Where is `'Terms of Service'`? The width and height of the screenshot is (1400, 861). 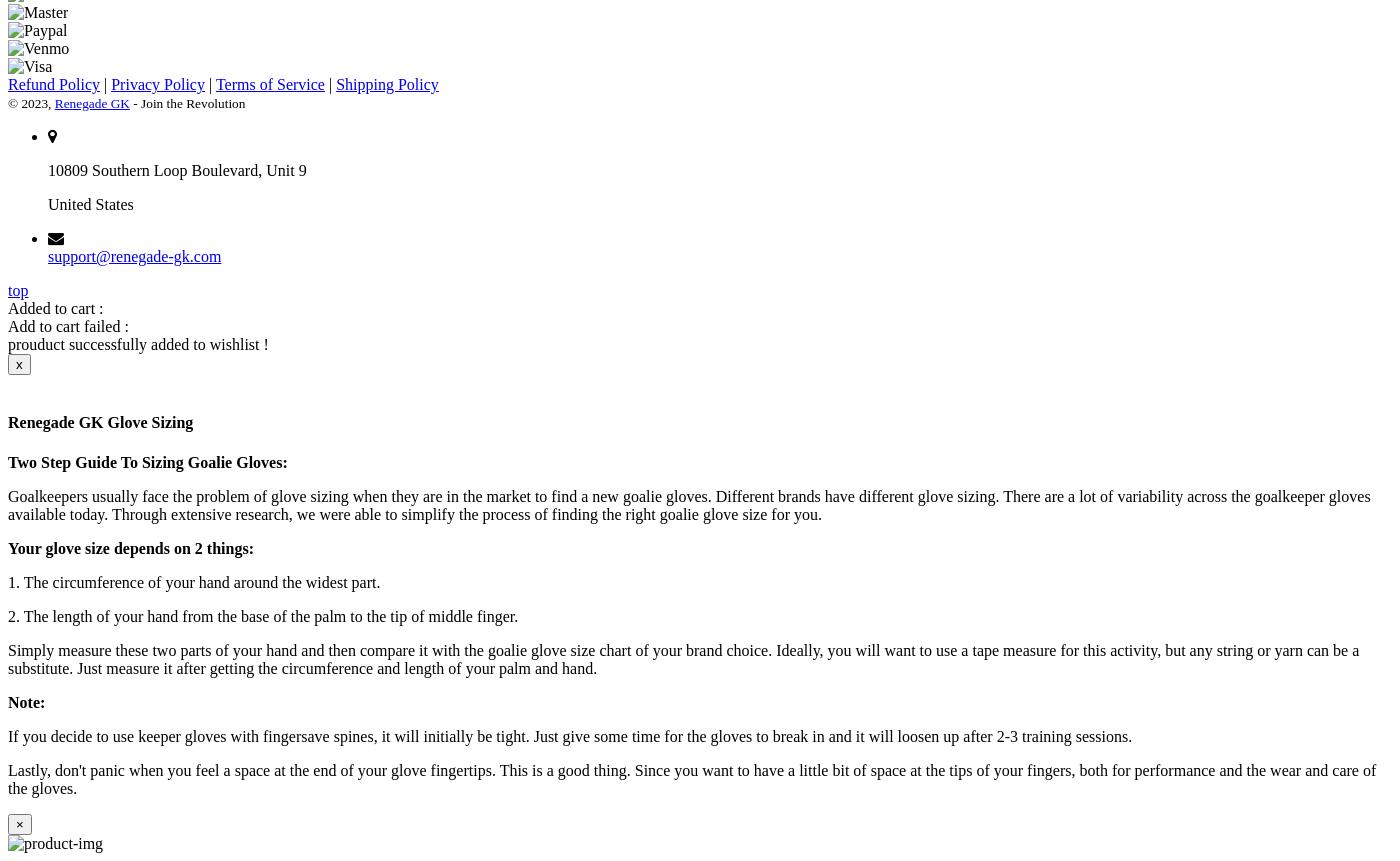 'Terms of Service' is located at coordinates (215, 83).